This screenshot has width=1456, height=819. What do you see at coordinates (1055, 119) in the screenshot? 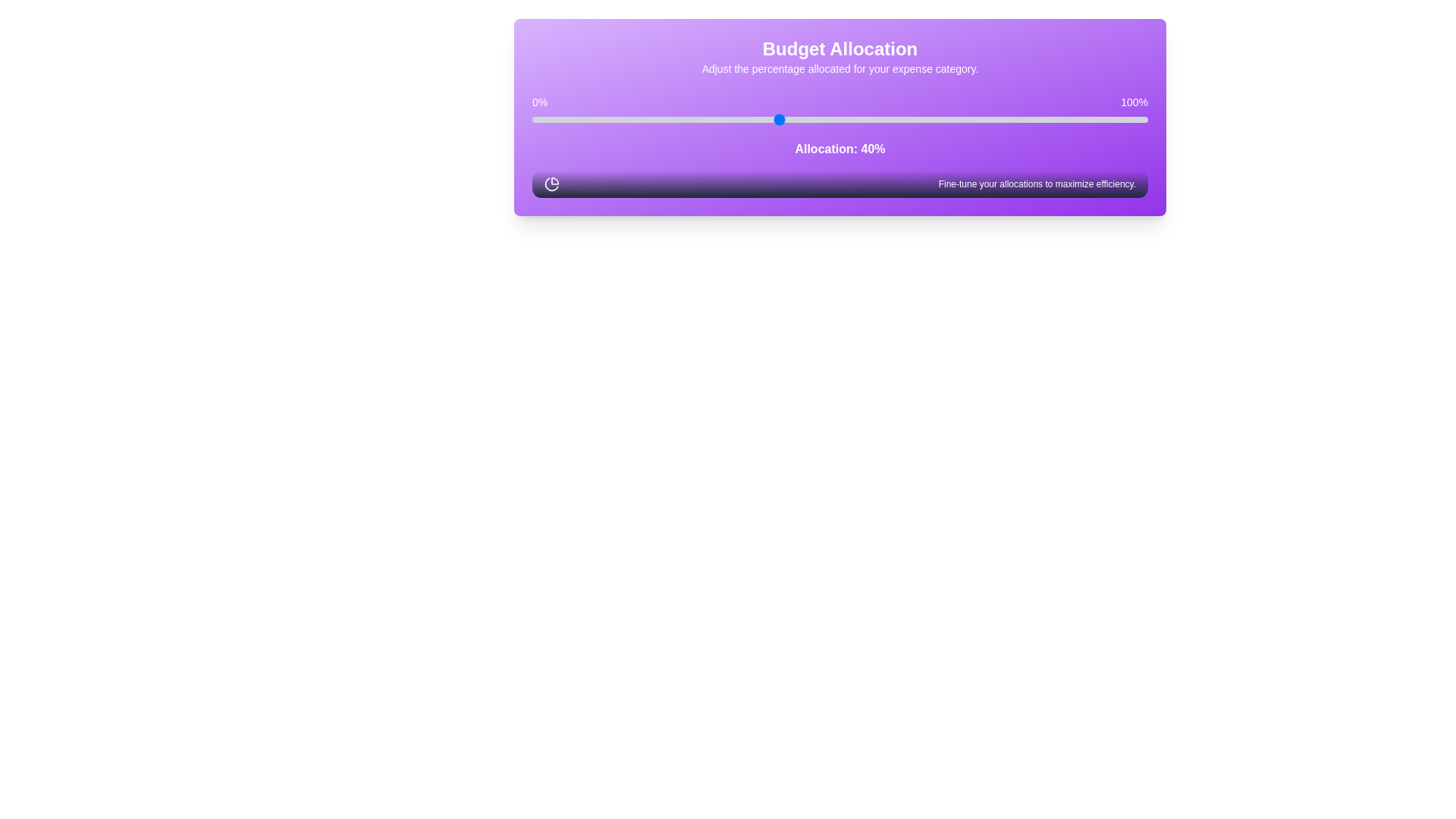
I see `the allocation percentage` at bounding box center [1055, 119].